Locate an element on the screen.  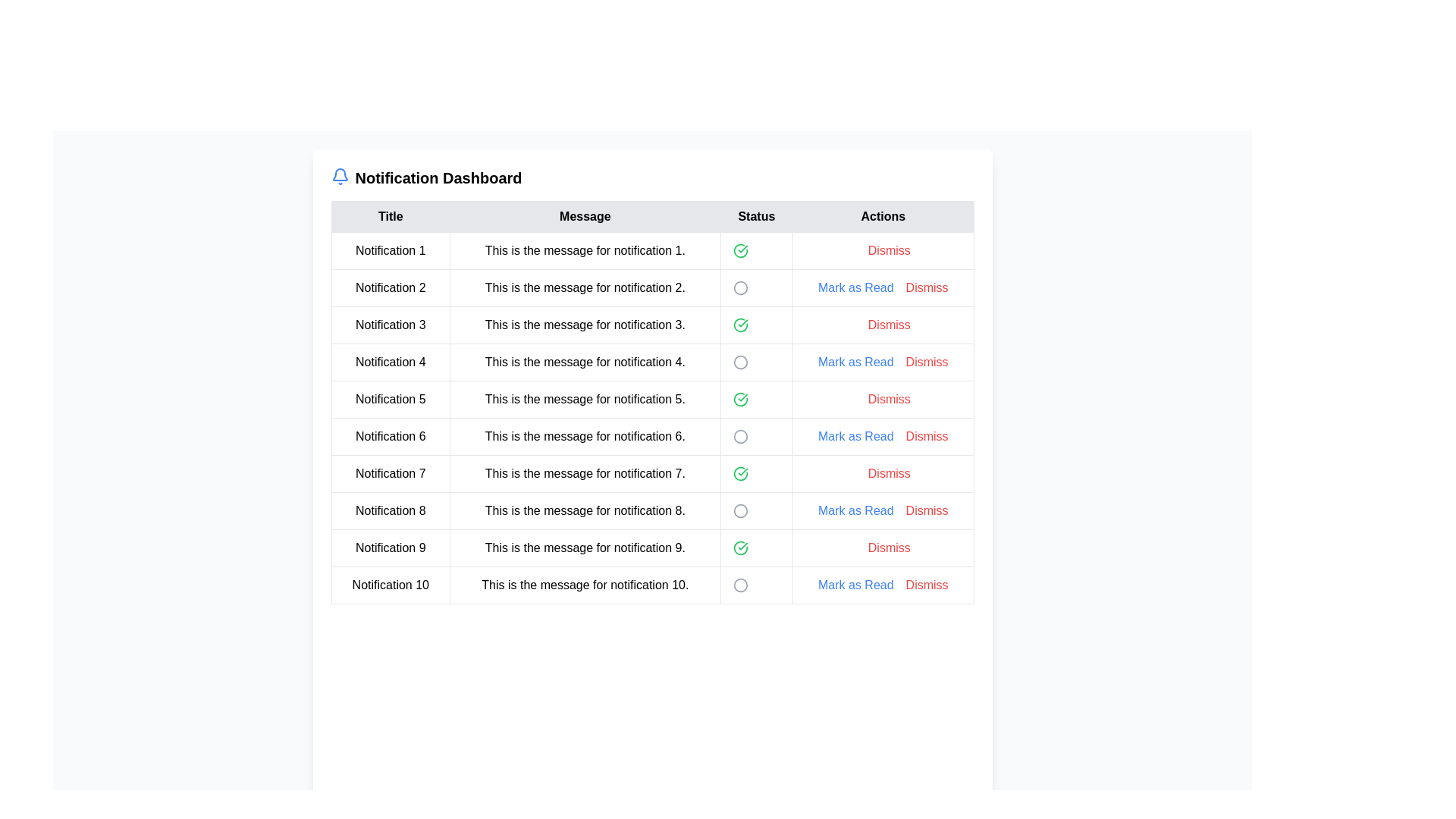
the 'Message' header cell in the table to sort the corresponding column is located at coordinates (584, 216).